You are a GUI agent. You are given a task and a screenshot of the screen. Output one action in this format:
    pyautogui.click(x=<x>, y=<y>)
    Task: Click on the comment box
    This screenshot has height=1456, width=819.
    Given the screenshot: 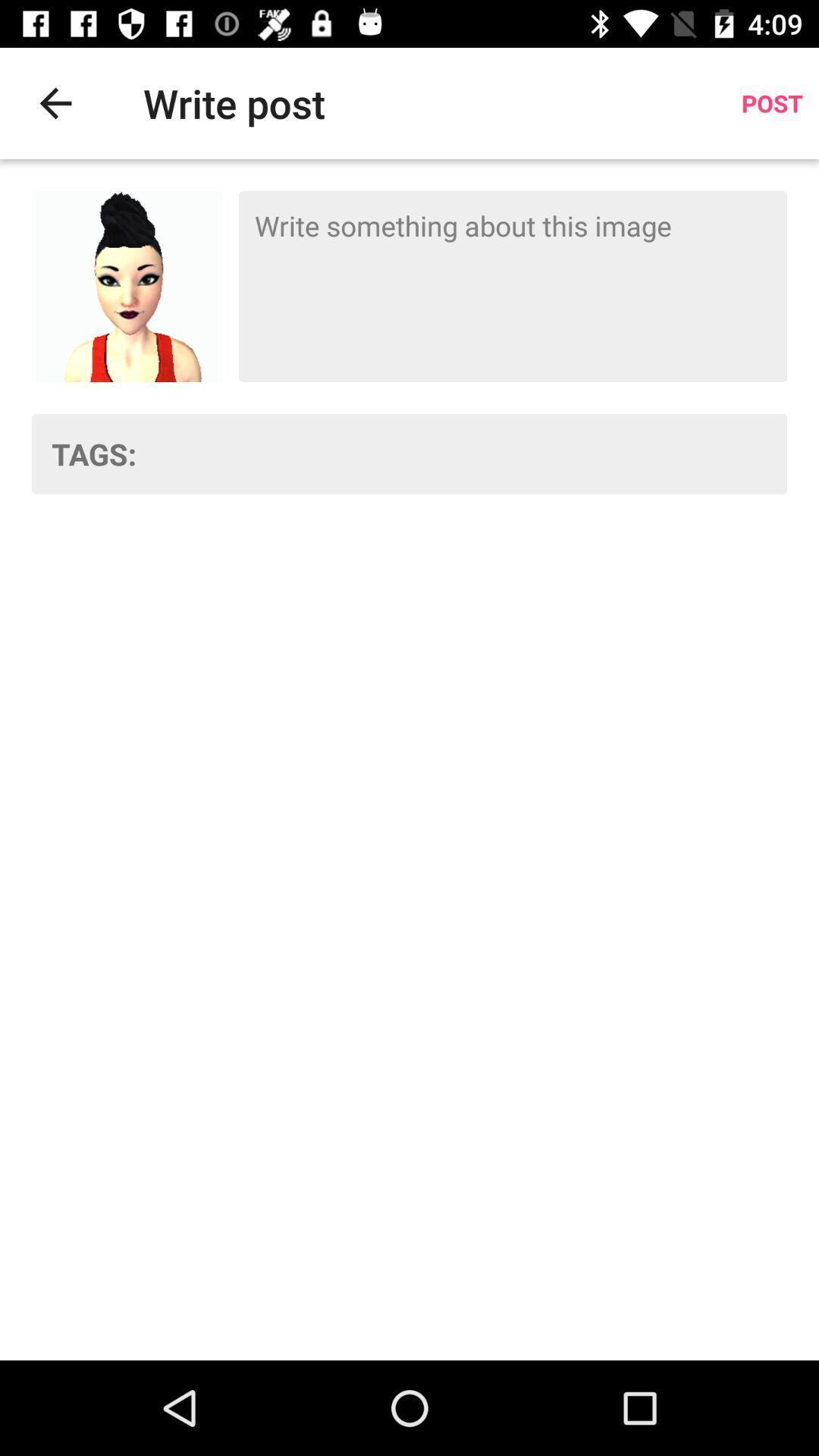 What is the action you would take?
    pyautogui.click(x=512, y=287)
    